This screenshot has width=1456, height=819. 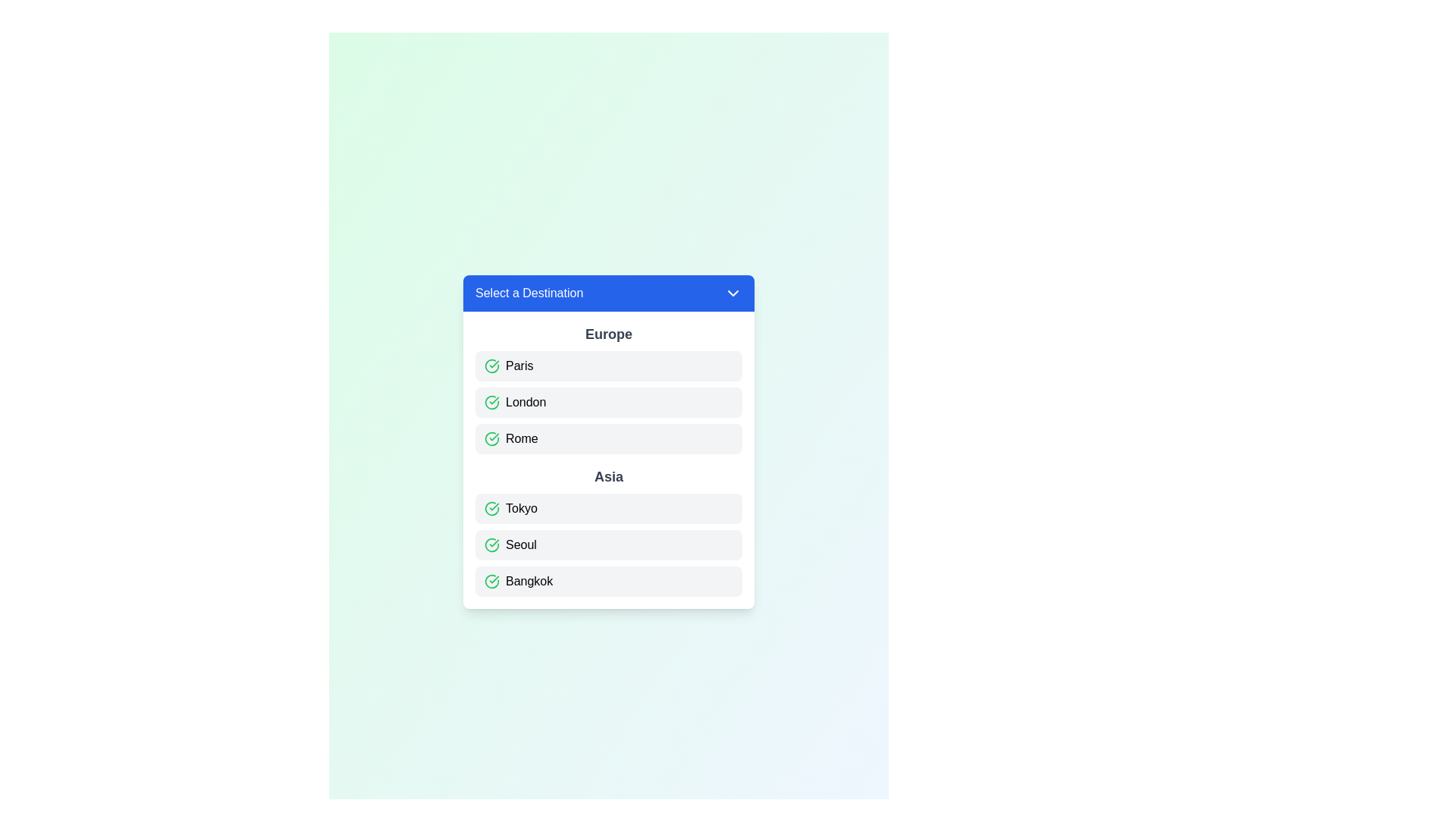 What do you see at coordinates (491, 366) in the screenshot?
I see `the first icon indicating the selection of the 'Paris' option in the dropdown menu for status indication` at bounding box center [491, 366].